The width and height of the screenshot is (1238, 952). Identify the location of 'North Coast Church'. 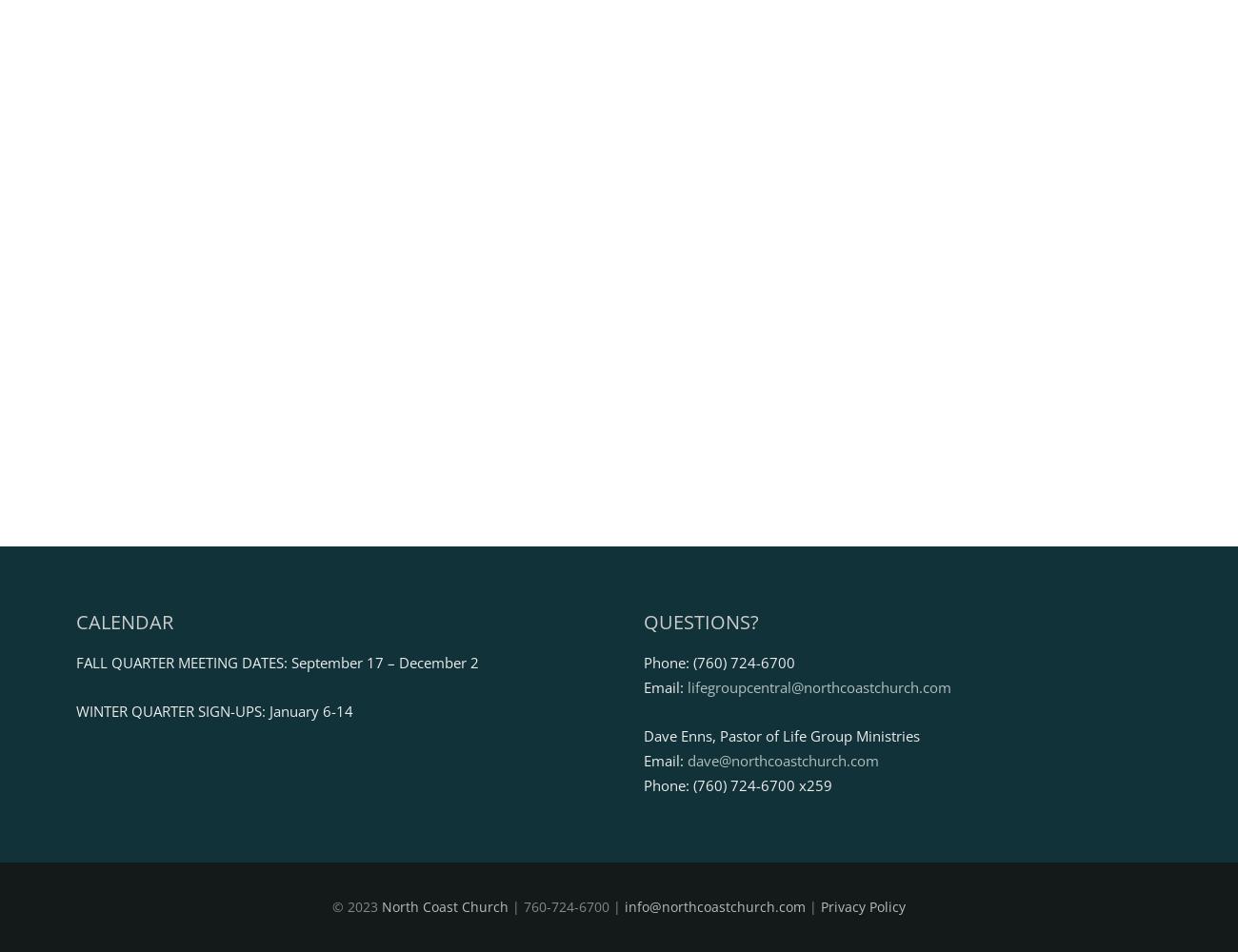
(382, 905).